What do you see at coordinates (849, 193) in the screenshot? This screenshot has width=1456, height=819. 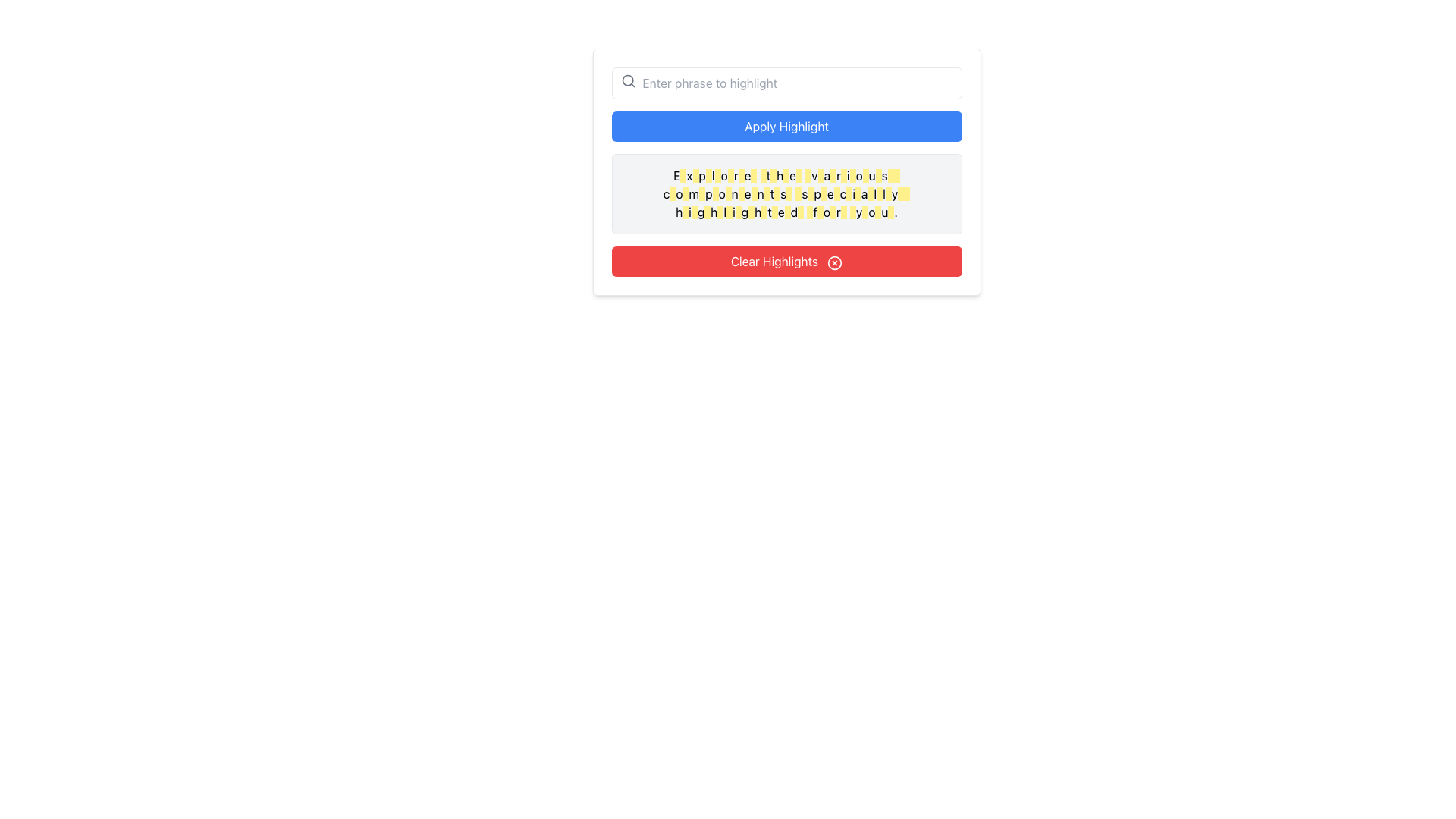 I see `the sixteenth highlighted segment of text within the phrase 'Explore the various components specially highlighted for you.'` at bounding box center [849, 193].